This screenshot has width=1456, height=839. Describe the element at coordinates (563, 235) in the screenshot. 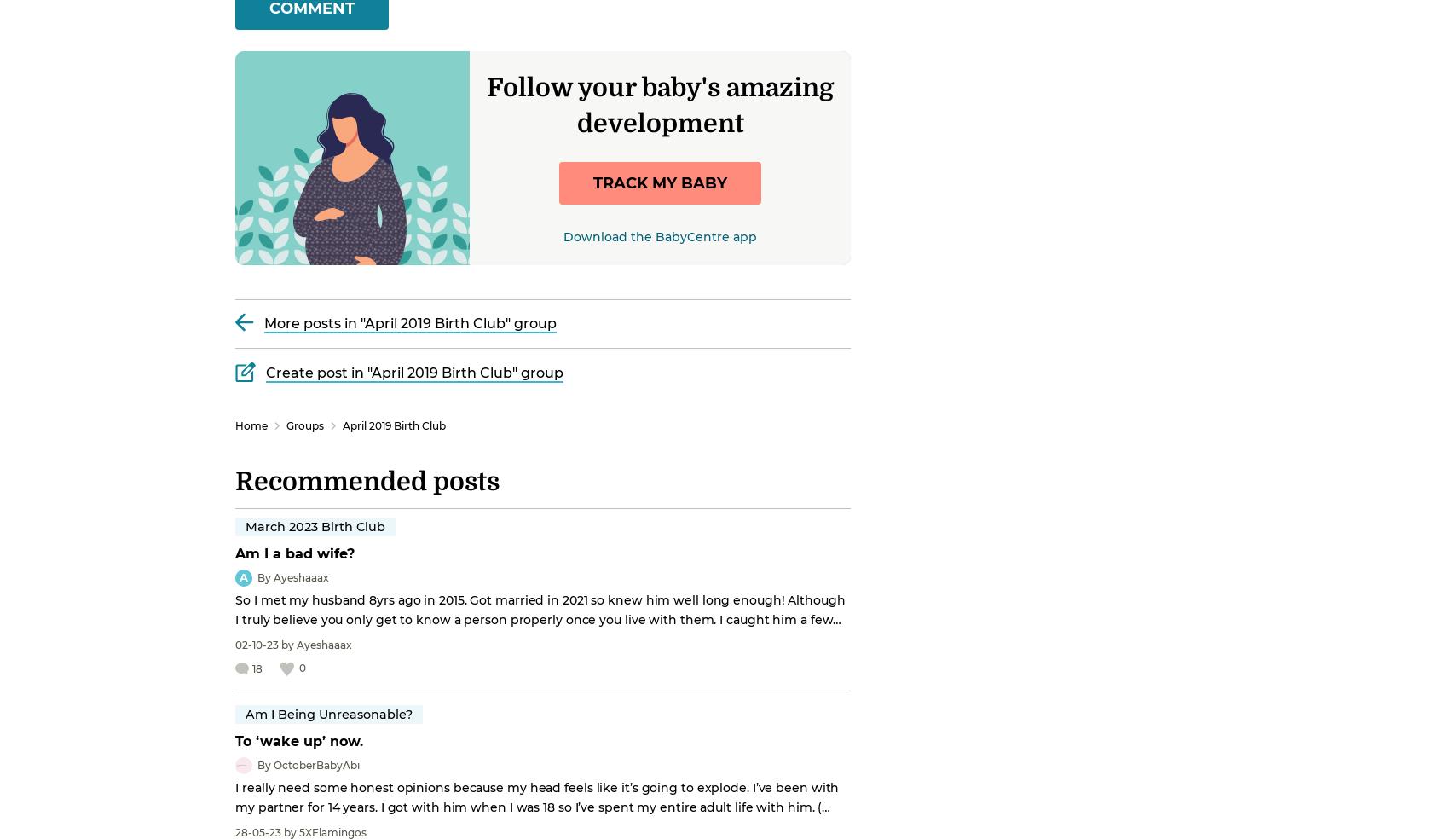

I see `'Download the BabyCentre app'` at that location.